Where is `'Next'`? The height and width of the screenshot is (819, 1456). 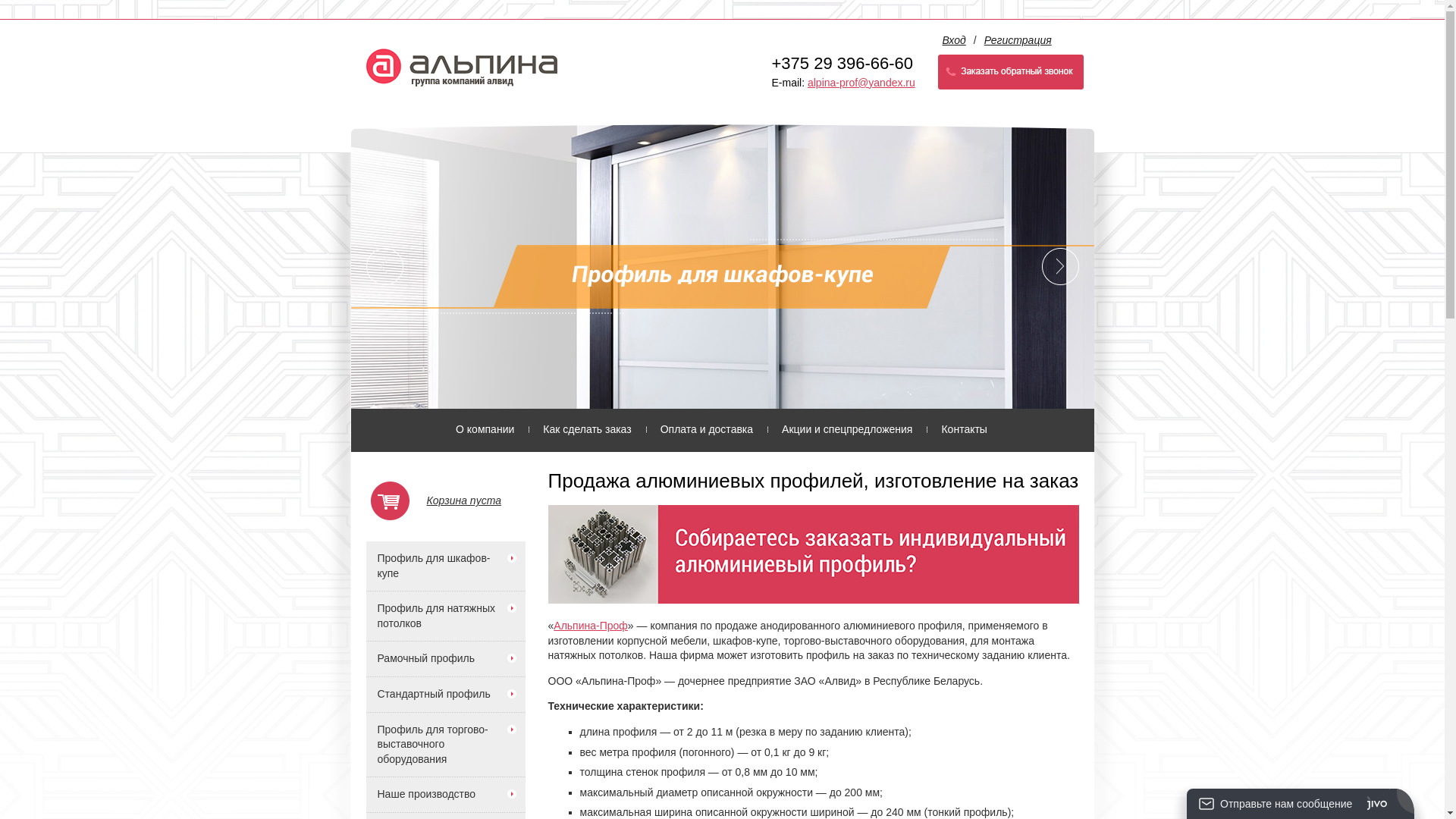 'Next' is located at coordinates (1040, 265).